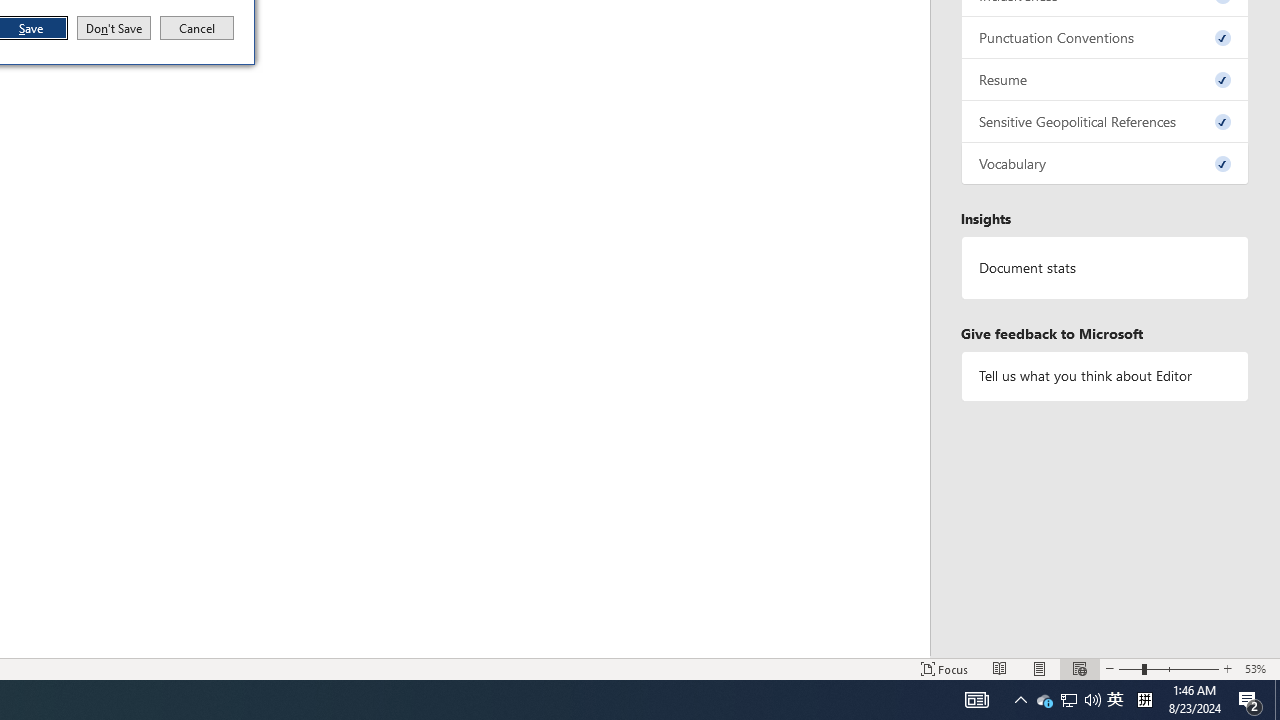 The height and width of the screenshot is (720, 1280). I want to click on 'Zoom 53%', so click(1257, 669).